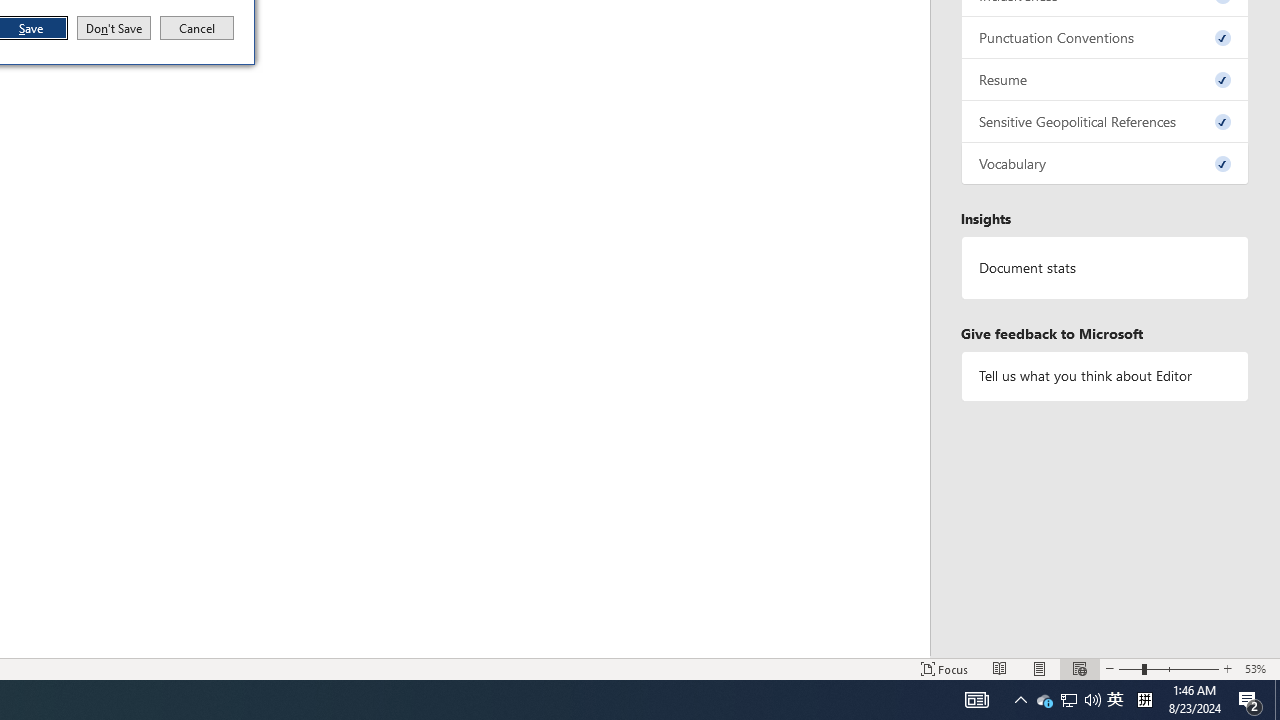 The height and width of the screenshot is (720, 1280). I want to click on 'Zoom 53%', so click(1257, 669).